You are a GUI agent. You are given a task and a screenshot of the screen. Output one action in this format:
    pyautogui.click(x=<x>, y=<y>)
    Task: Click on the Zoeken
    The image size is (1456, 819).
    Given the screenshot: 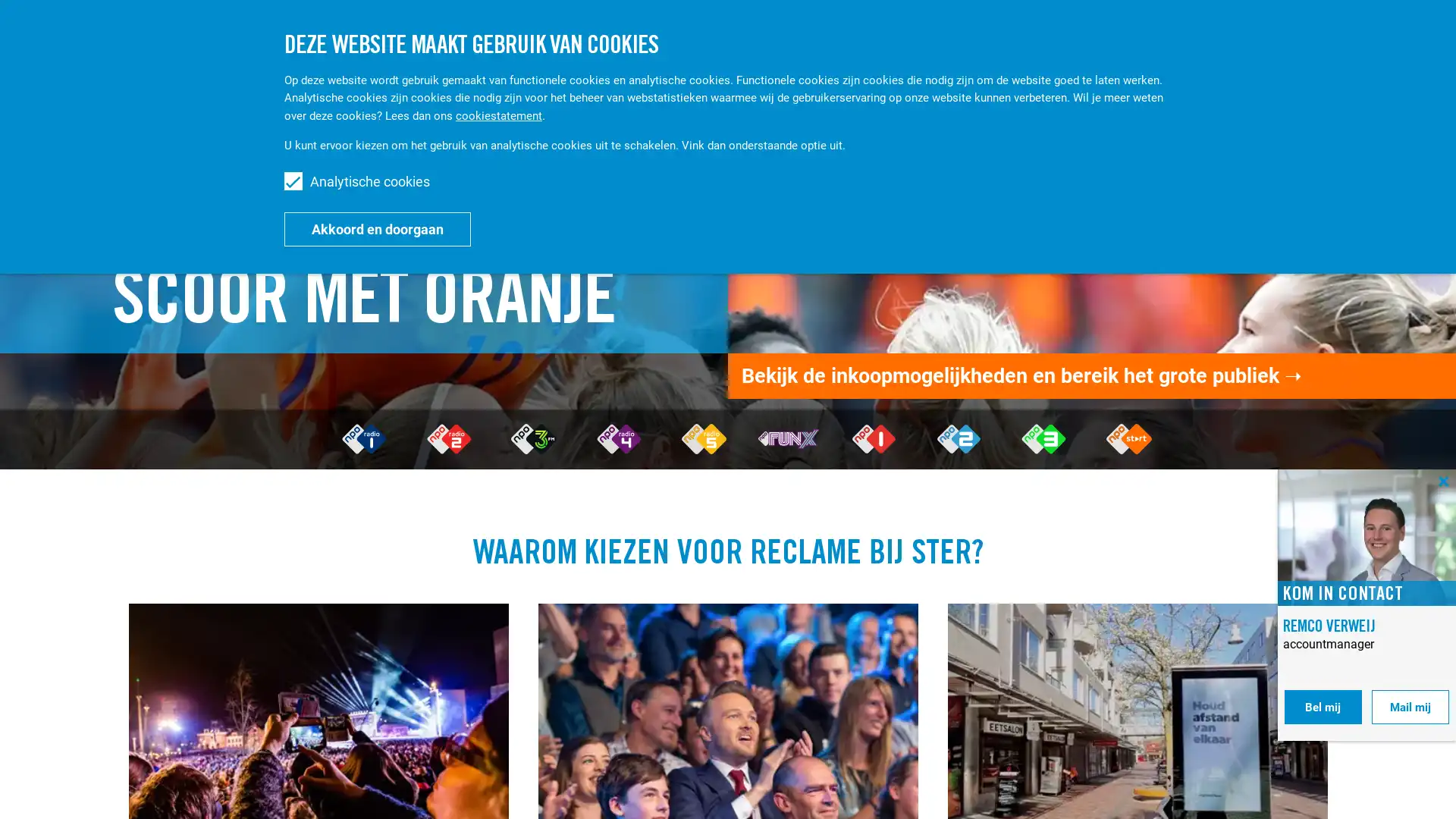 What is the action you would take?
    pyautogui.click(x=1299, y=36)
    